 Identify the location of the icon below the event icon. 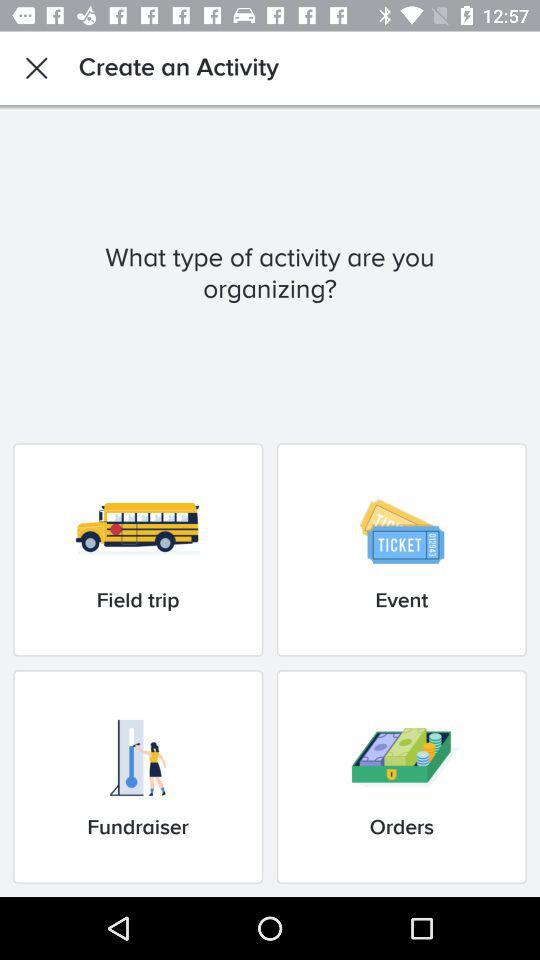
(401, 776).